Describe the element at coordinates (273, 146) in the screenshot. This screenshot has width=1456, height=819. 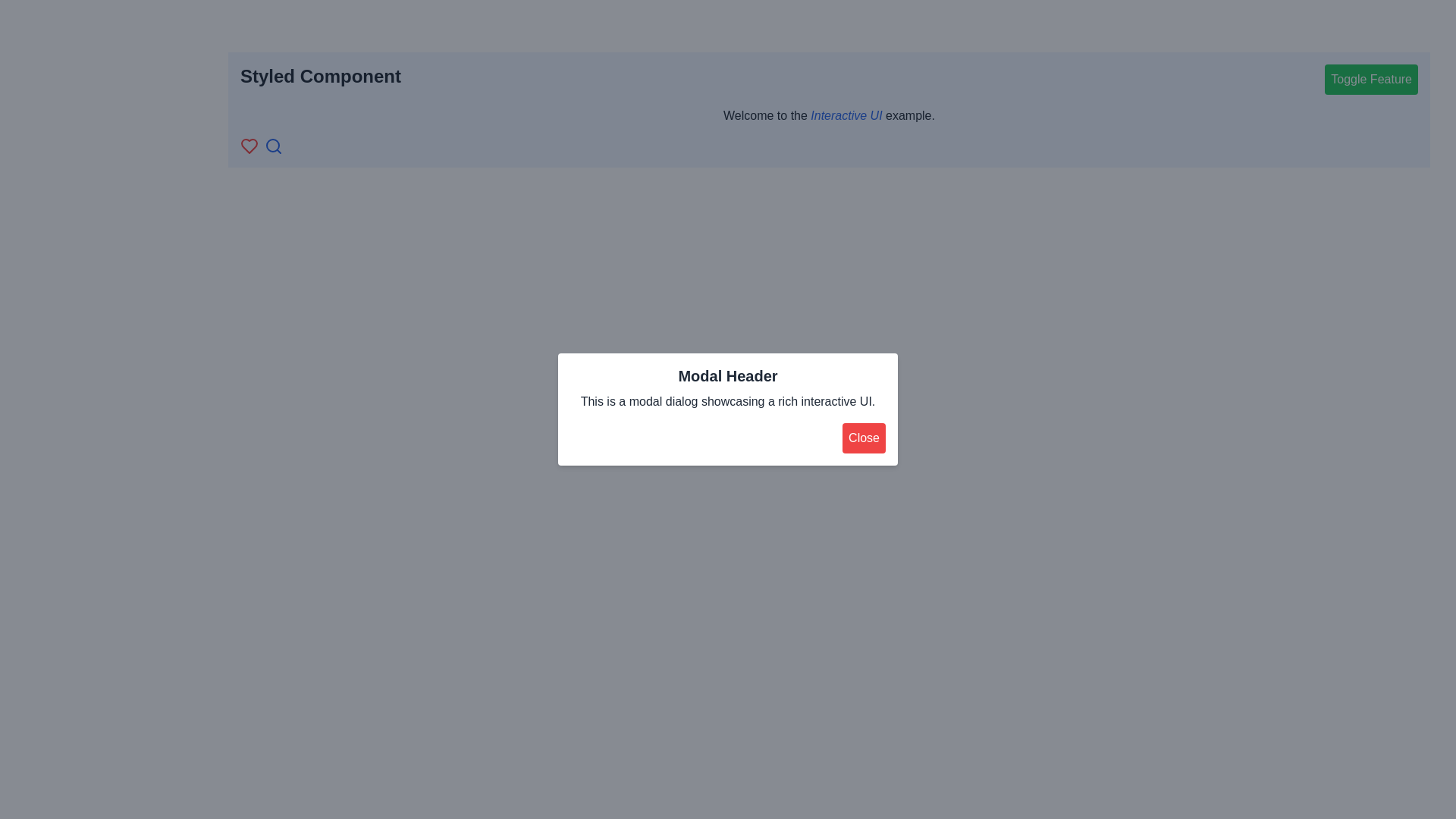
I see `the small circular outline within the magnifying glass icon indicating the search function, located under the 'Styled Component' header` at that location.